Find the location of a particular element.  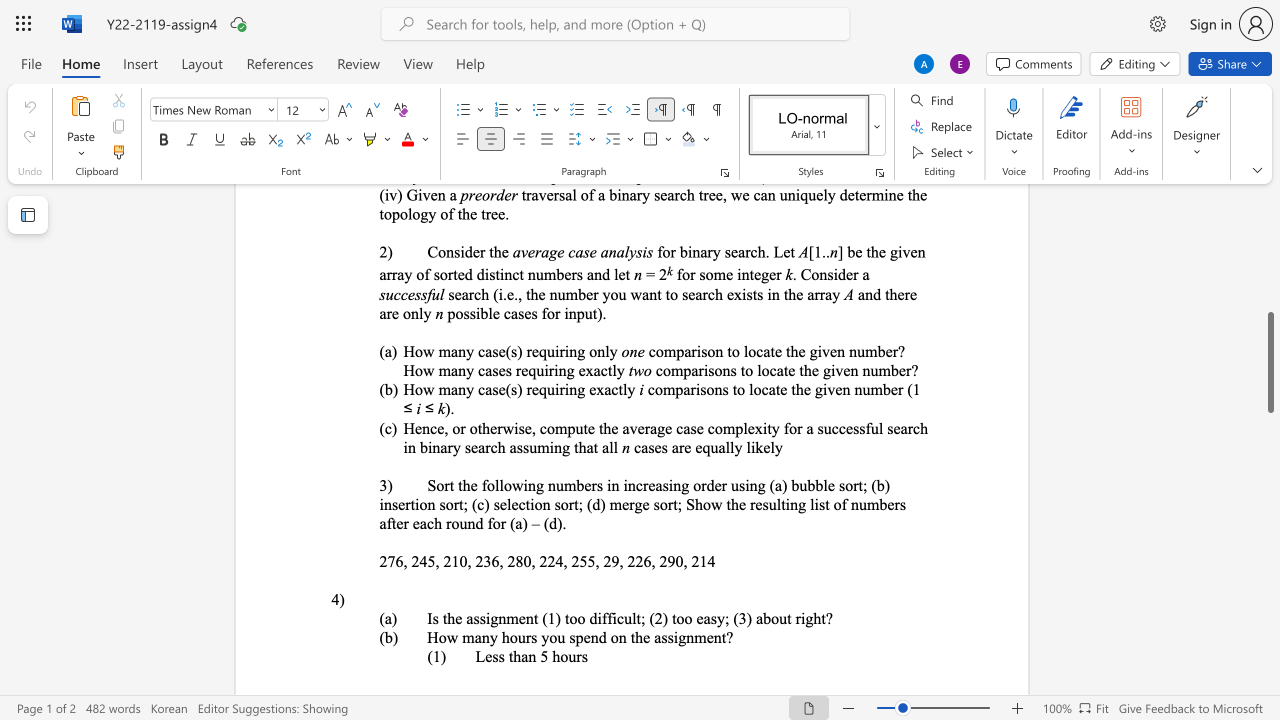

the scrollbar on the side is located at coordinates (1269, 270).